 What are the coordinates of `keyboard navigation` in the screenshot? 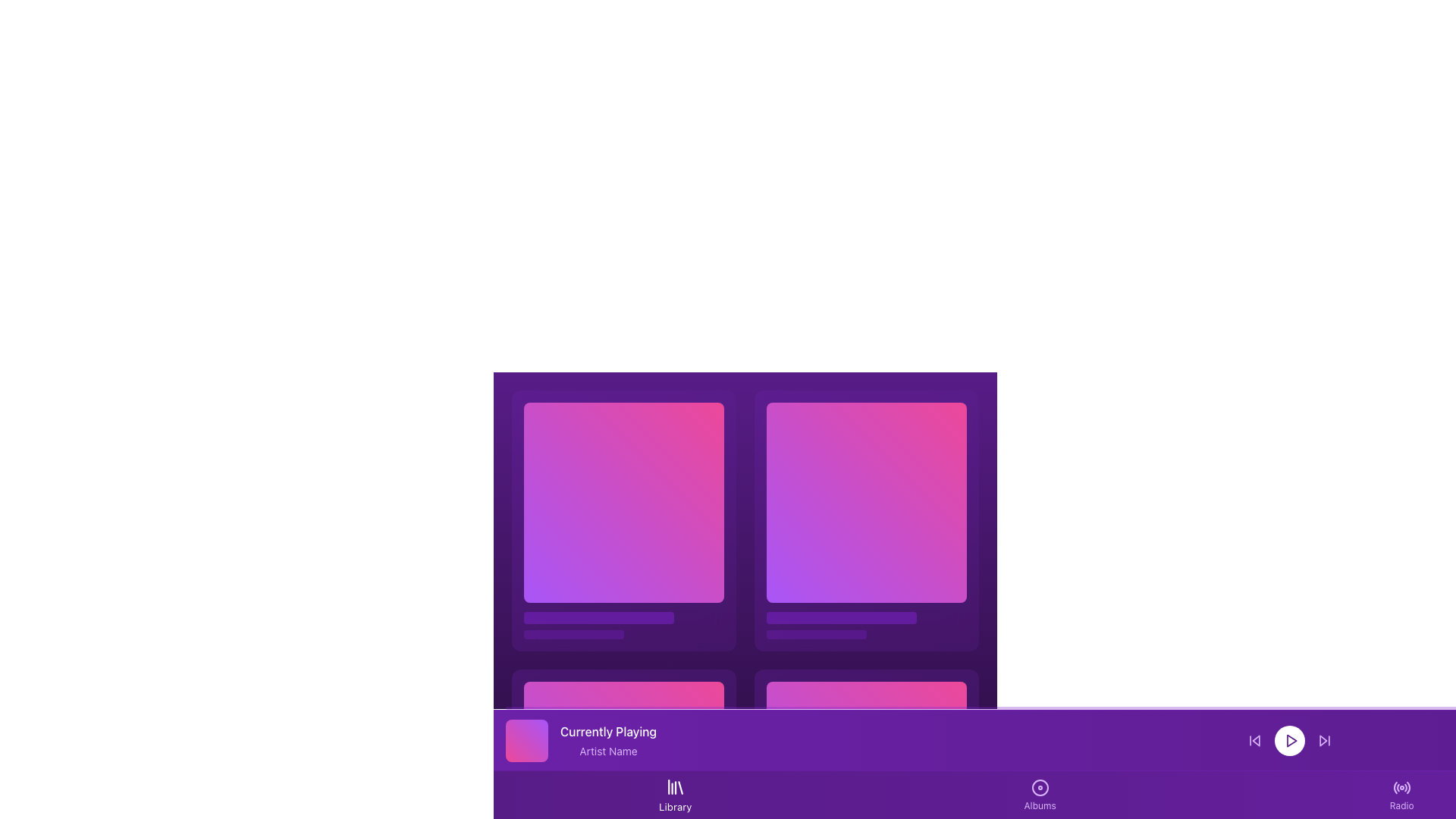 It's located at (674, 794).